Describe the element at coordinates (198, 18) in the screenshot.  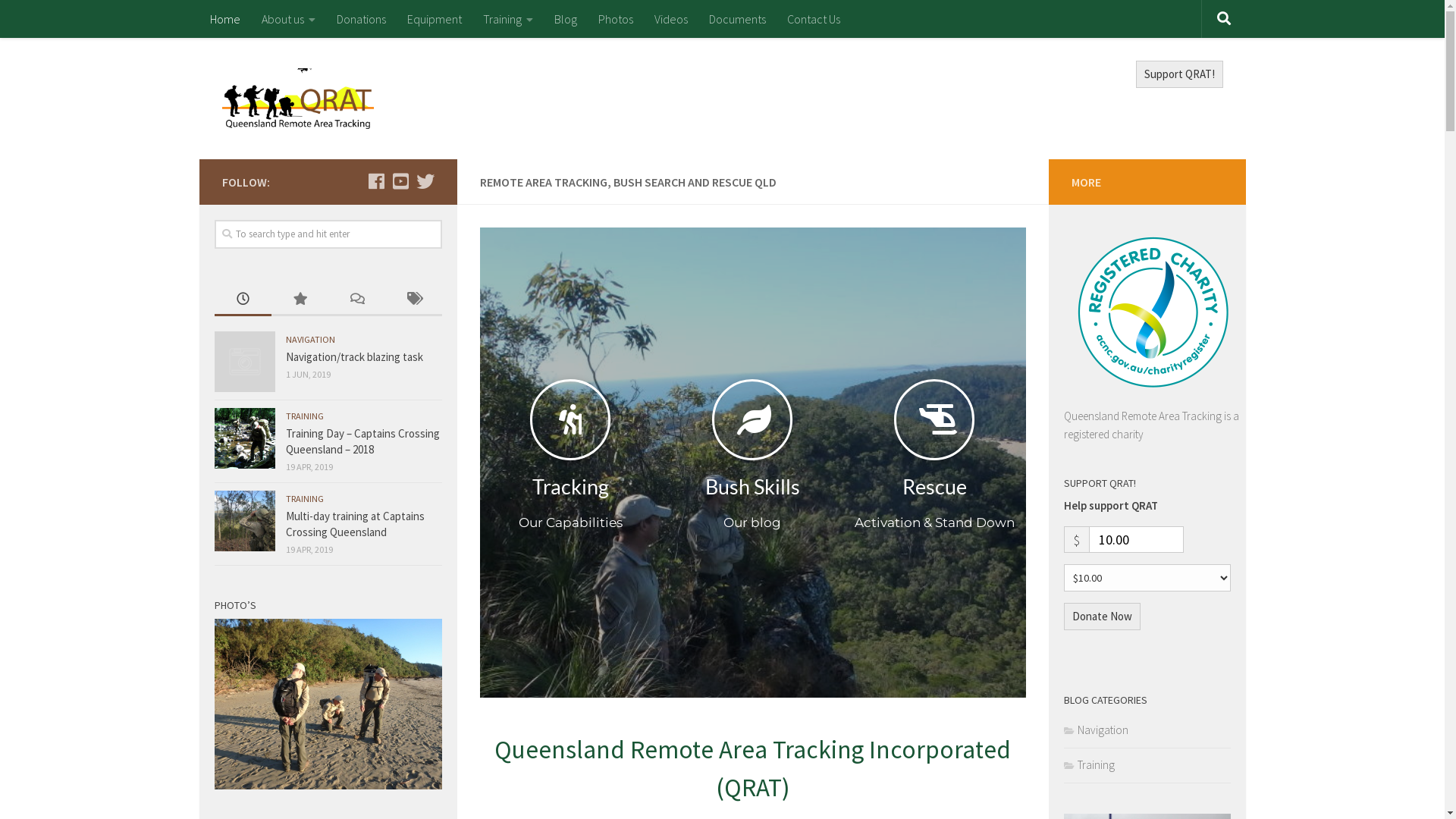
I see `'Home'` at that location.